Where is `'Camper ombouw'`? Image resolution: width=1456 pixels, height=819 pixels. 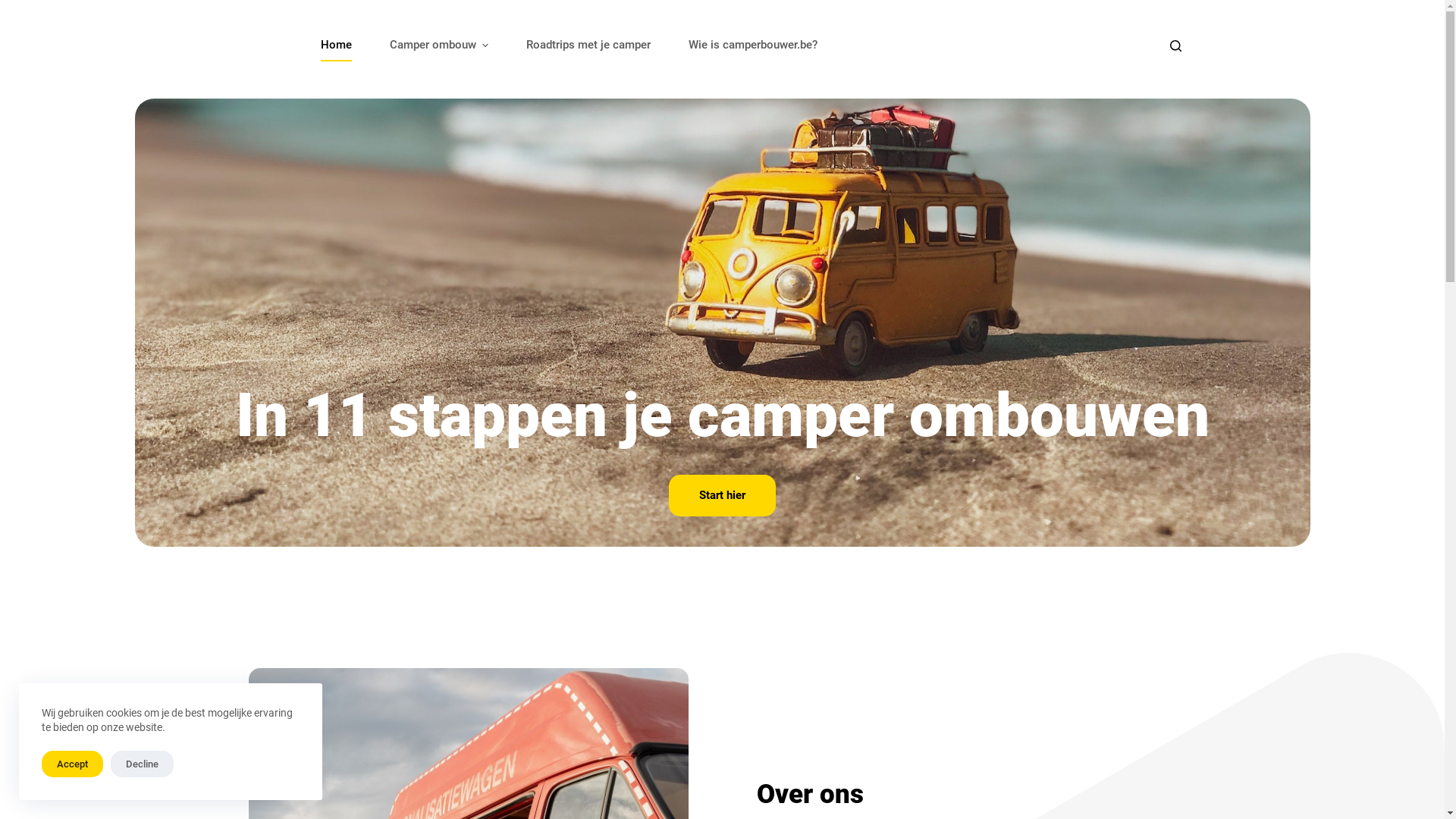 'Camper ombouw' is located at coordinates (437, 45).